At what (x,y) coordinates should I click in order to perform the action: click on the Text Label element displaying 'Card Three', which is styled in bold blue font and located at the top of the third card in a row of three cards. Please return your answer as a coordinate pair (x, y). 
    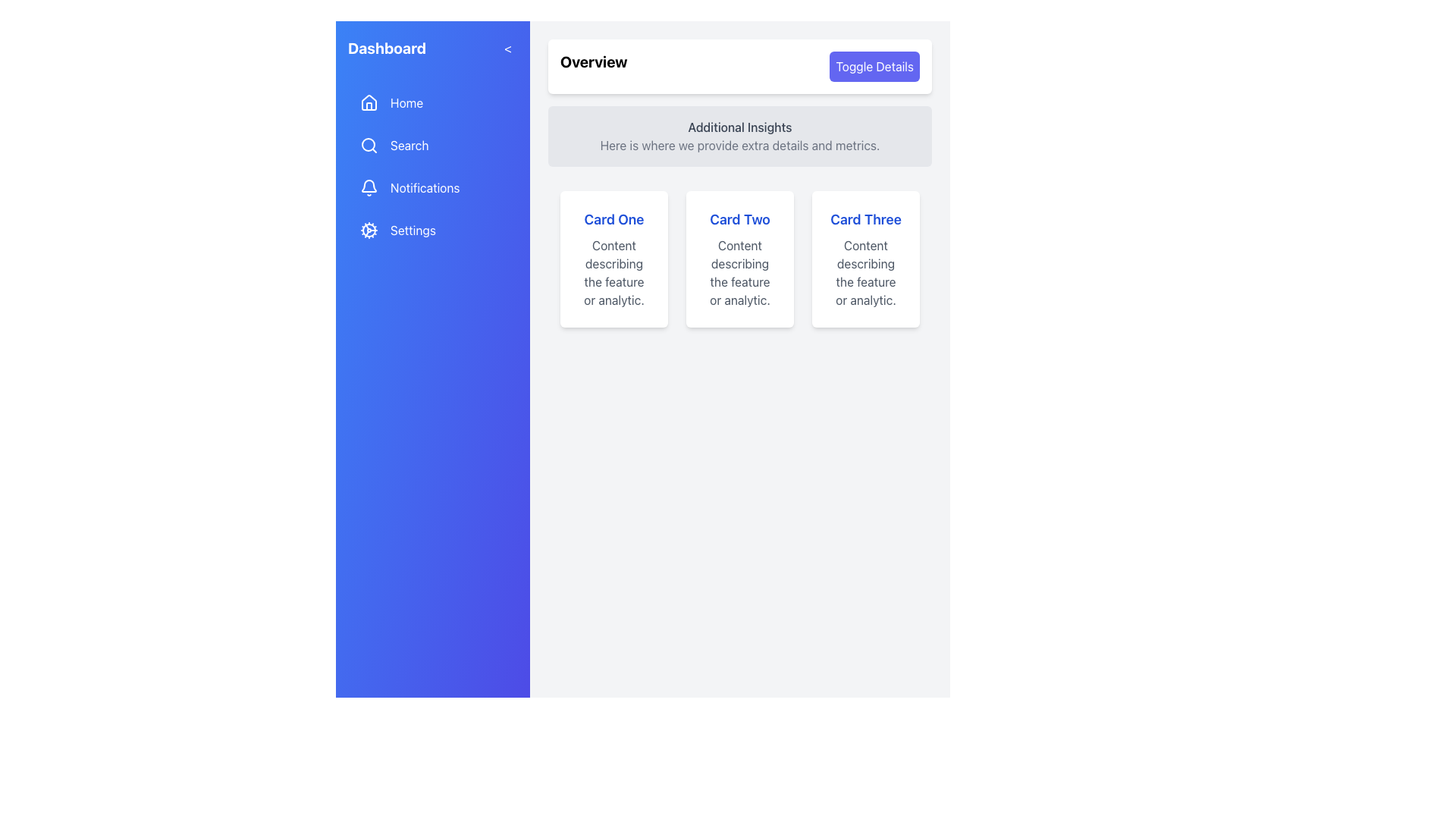
    Looking at the image, I should click on (866, 219).